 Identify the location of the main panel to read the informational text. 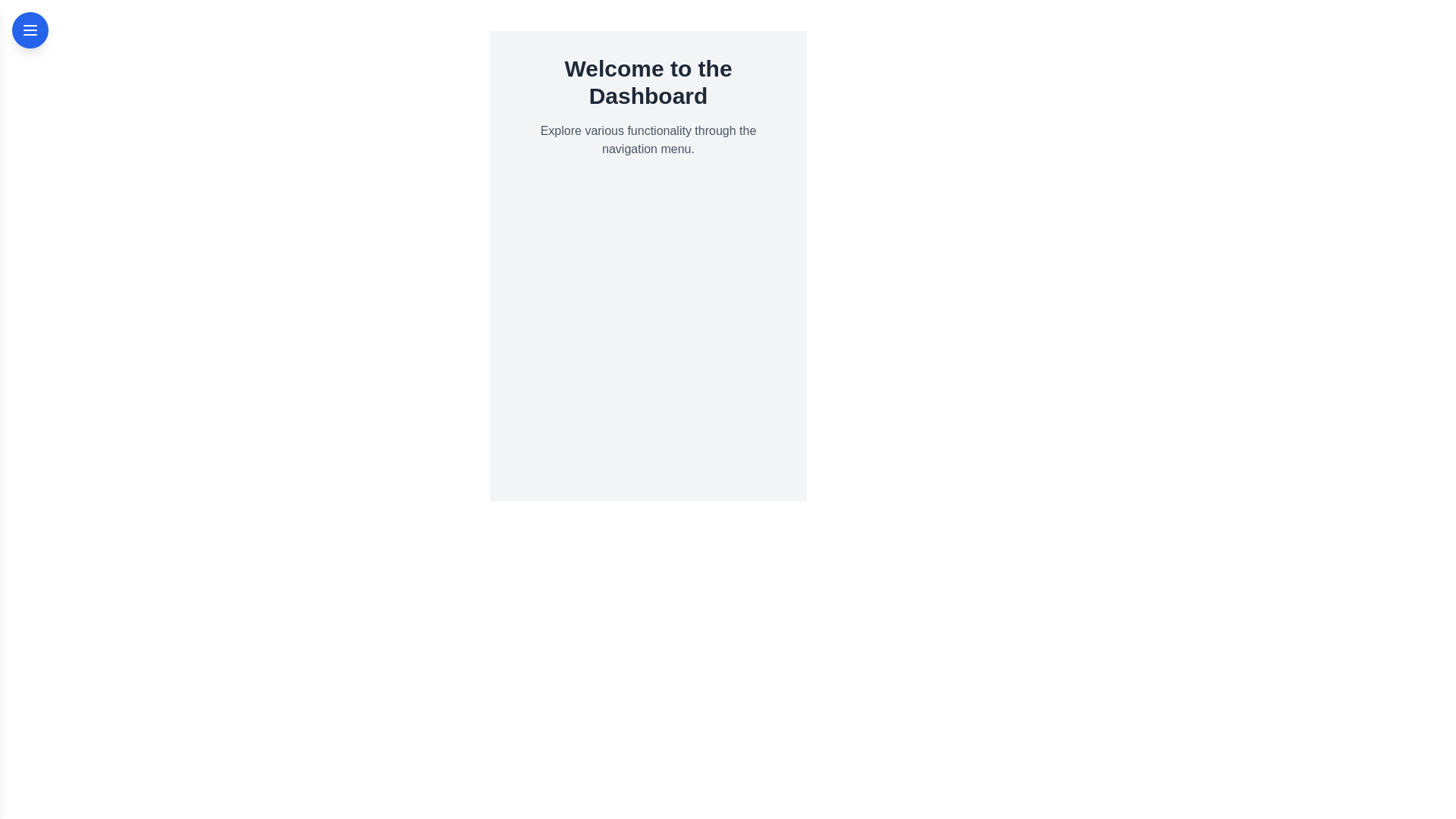
(648, 441).